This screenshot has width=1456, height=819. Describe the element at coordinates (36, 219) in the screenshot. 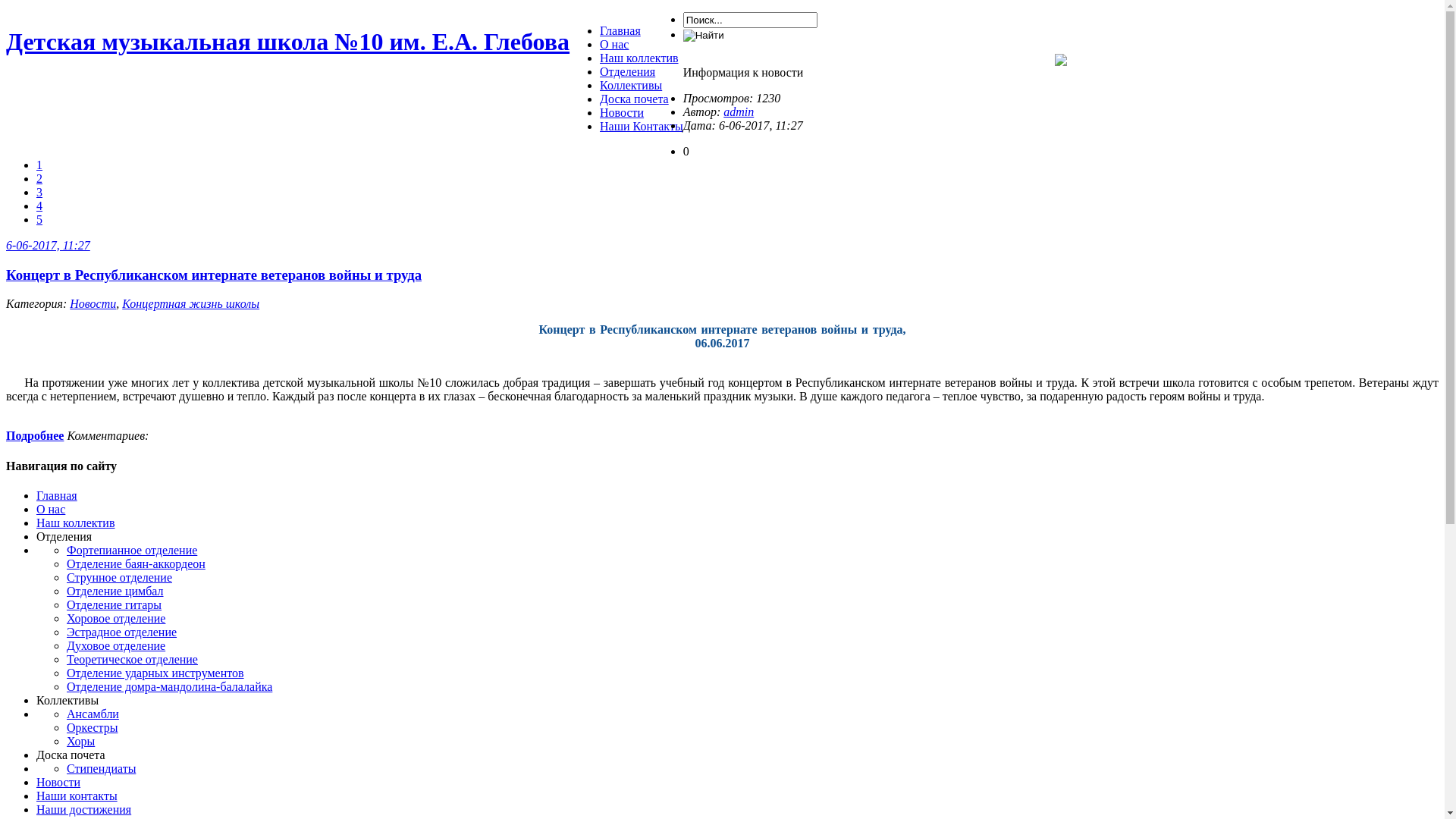

I see `'5'` at that location.